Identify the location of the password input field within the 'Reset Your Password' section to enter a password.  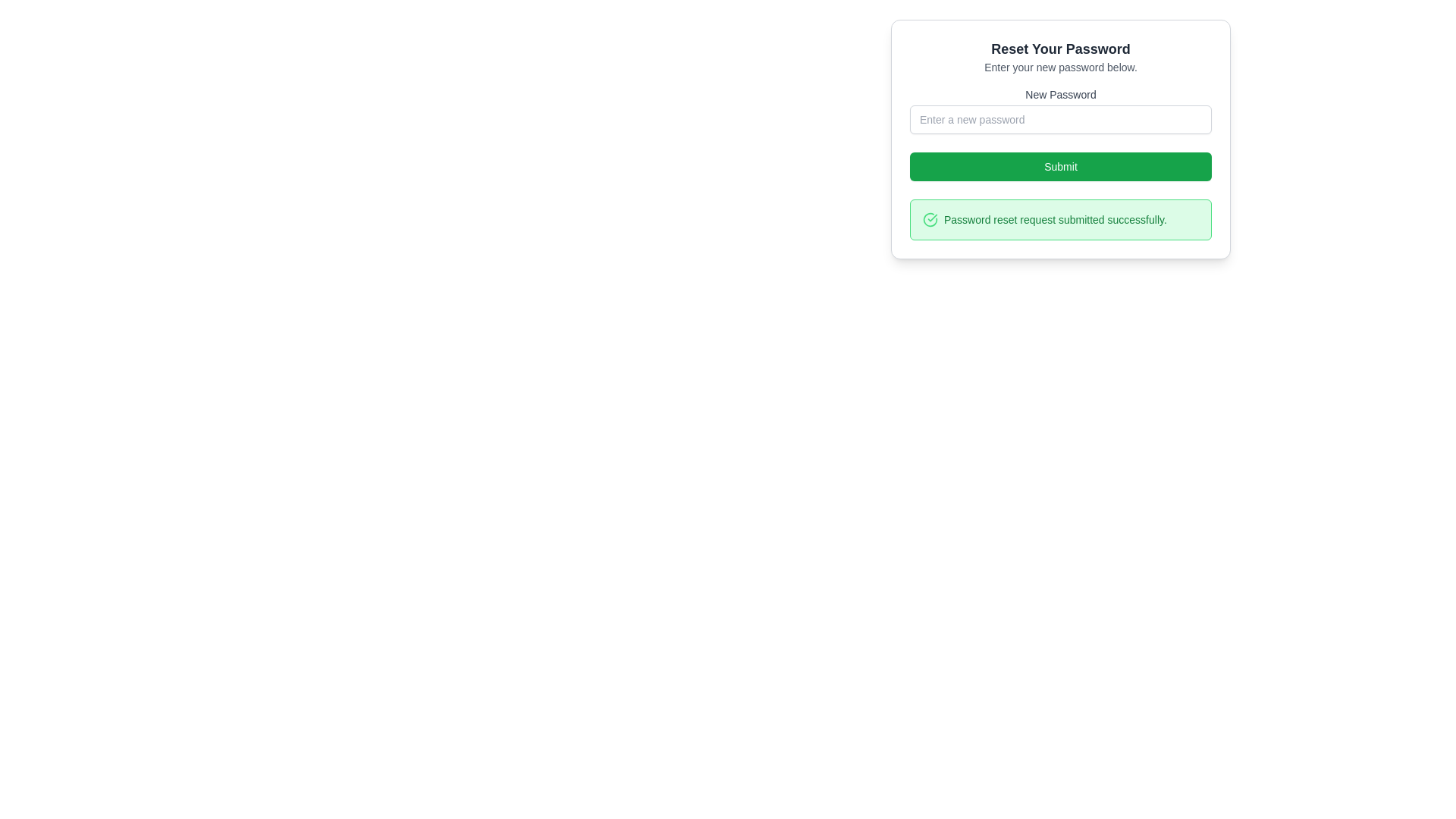
(1059, 140).